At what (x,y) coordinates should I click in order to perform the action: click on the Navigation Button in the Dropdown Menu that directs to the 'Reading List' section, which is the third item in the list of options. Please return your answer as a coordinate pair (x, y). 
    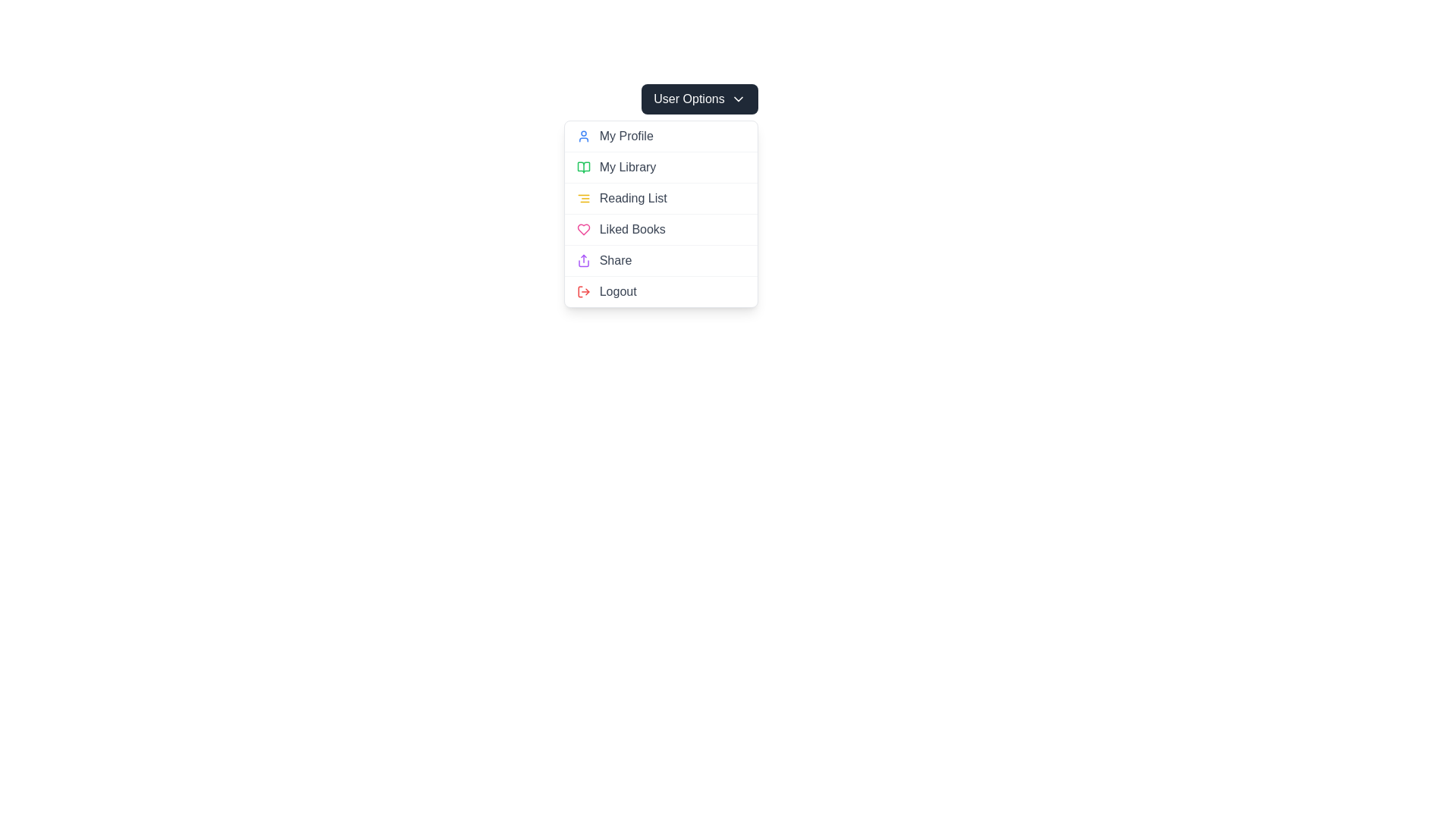
    Looking at the image, I should click on (661, 214).